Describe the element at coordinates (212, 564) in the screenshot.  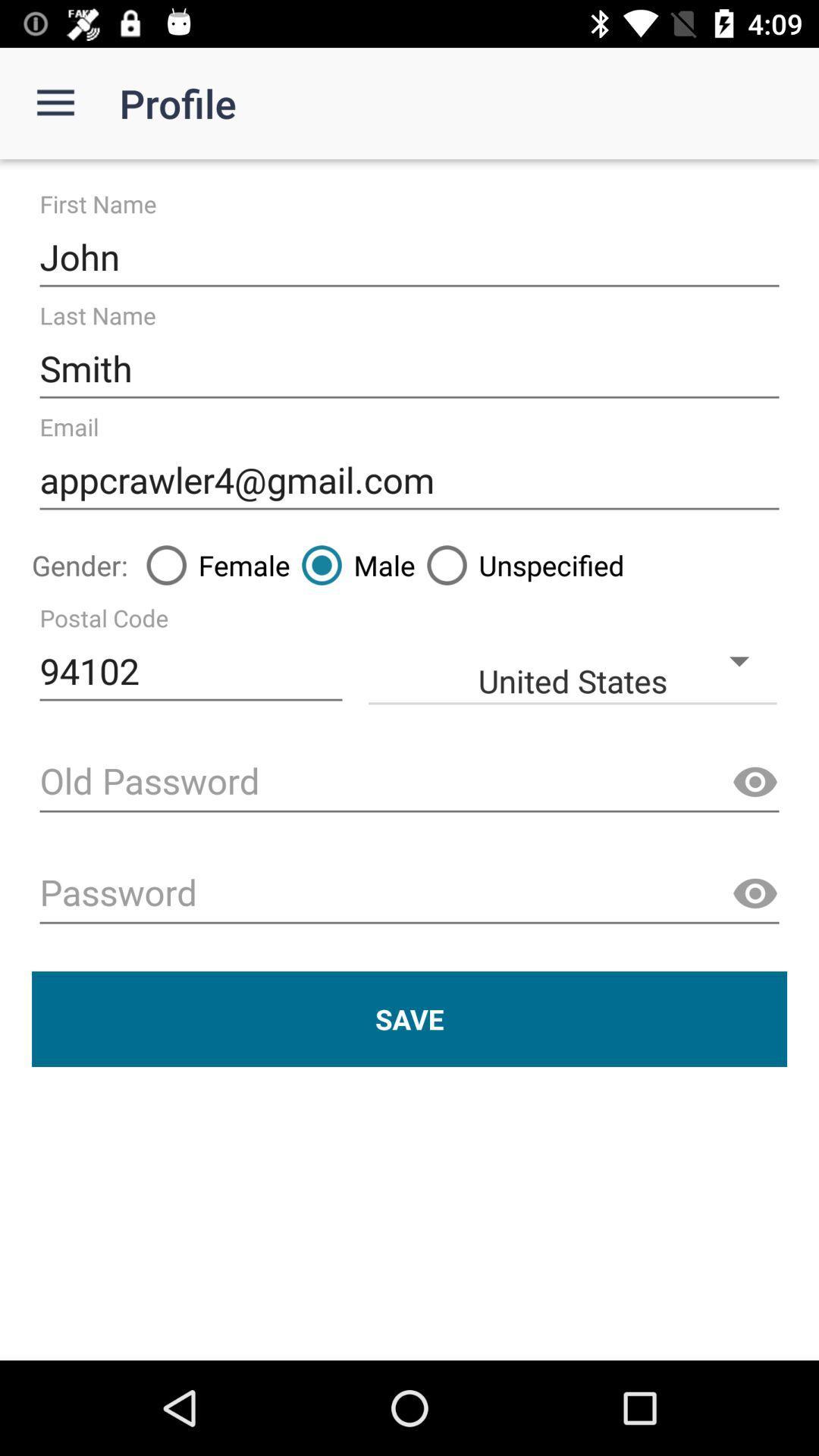
I see `icon above 94102` at that location.